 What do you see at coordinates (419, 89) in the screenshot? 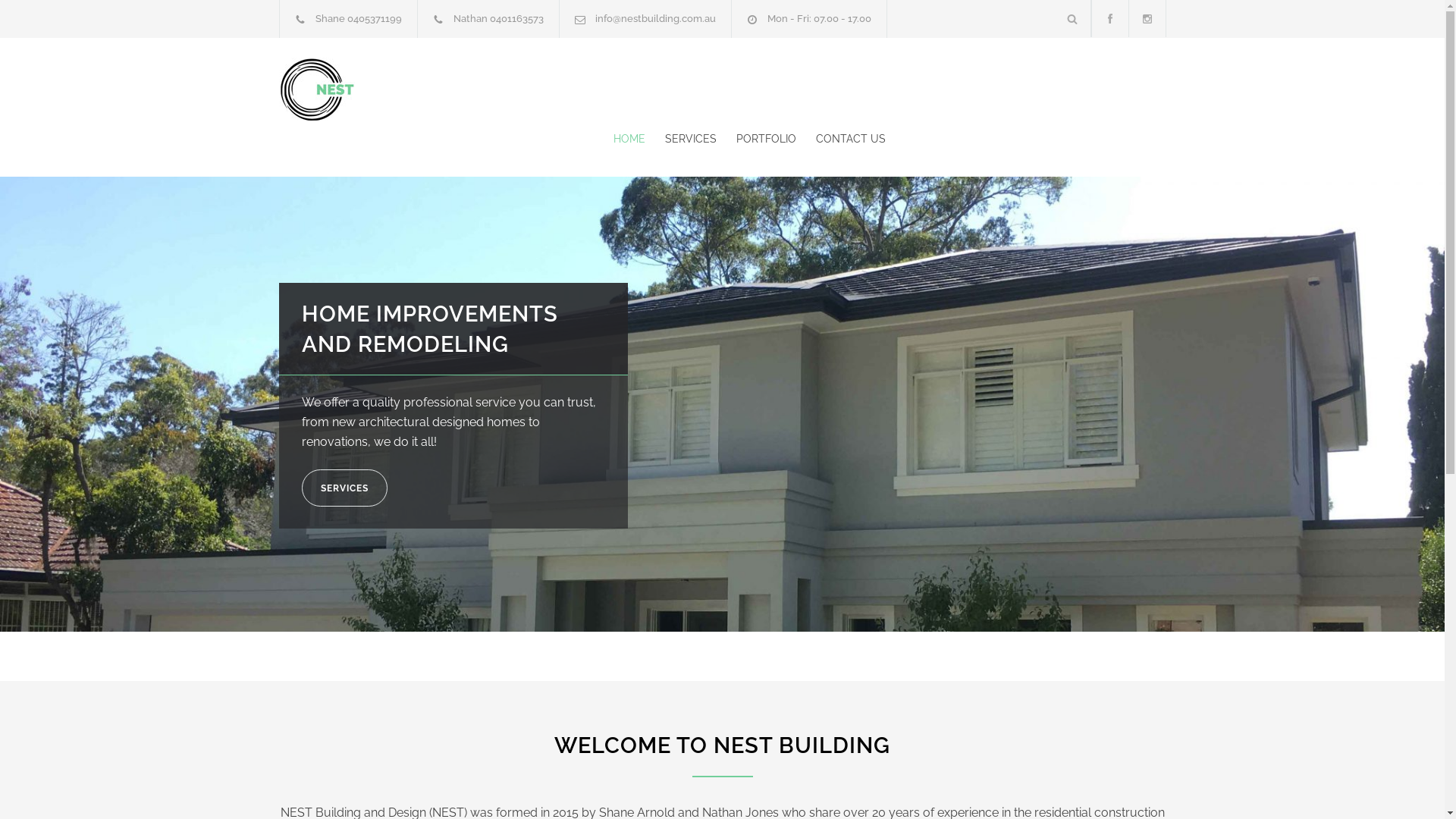
I see `'Nest'` at bounding box center [419, 89].